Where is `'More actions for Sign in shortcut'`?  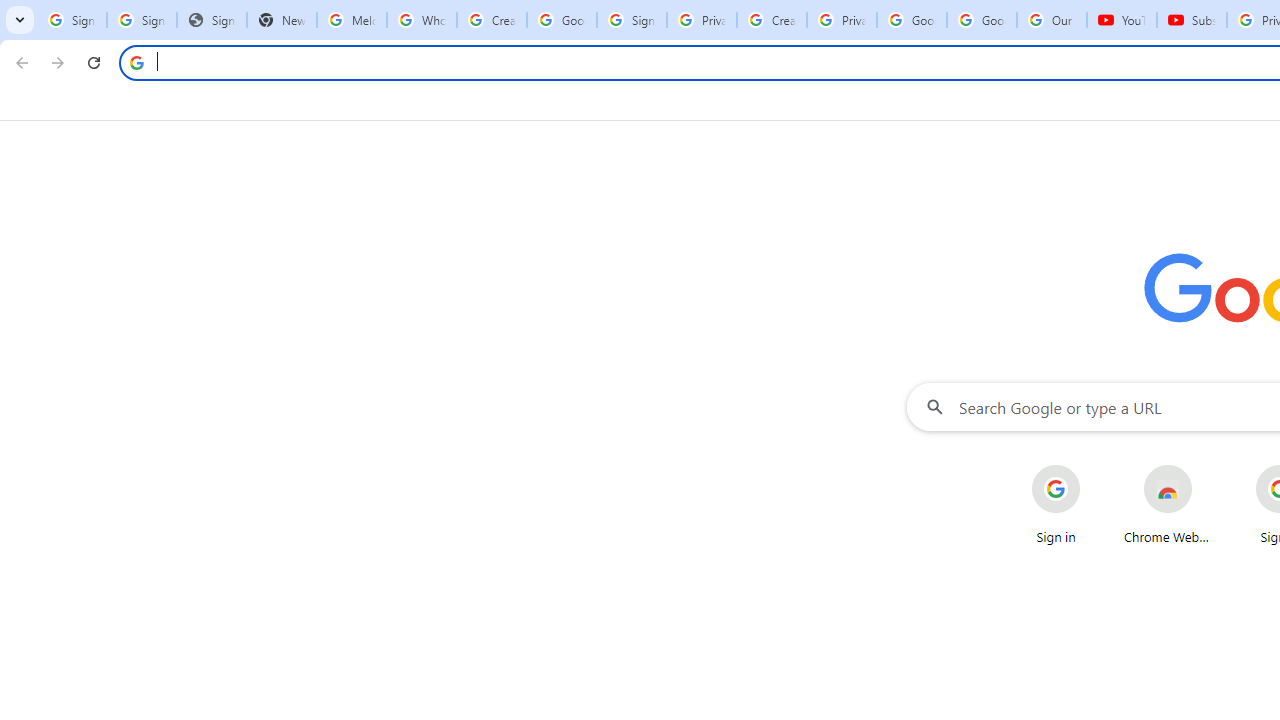
'More actions for Sign in shortcut' is located at coordinates (1094, 466).